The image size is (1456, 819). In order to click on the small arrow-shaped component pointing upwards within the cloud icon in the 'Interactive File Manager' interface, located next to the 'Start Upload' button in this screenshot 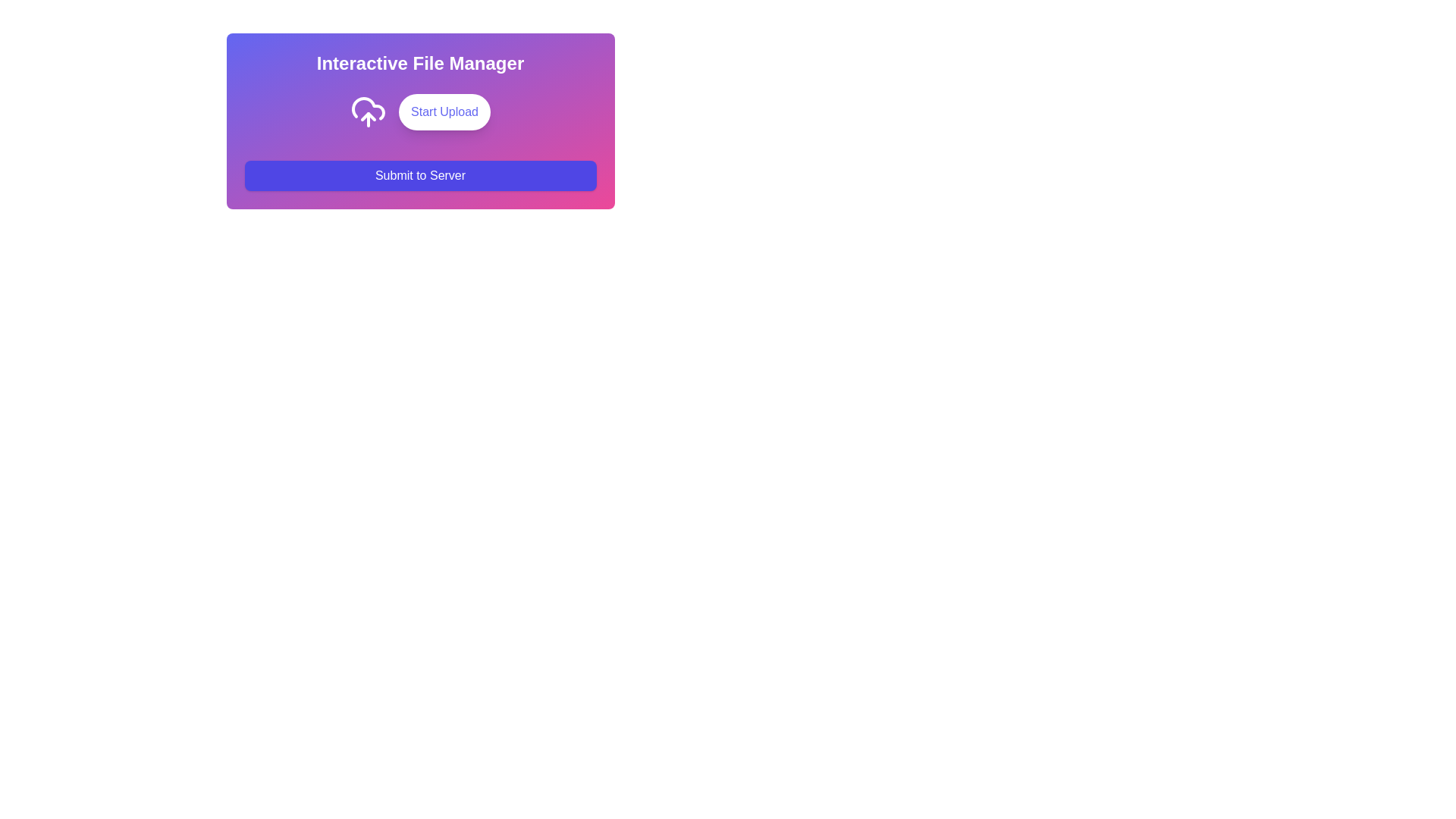, I will do `click(368, 116)`.